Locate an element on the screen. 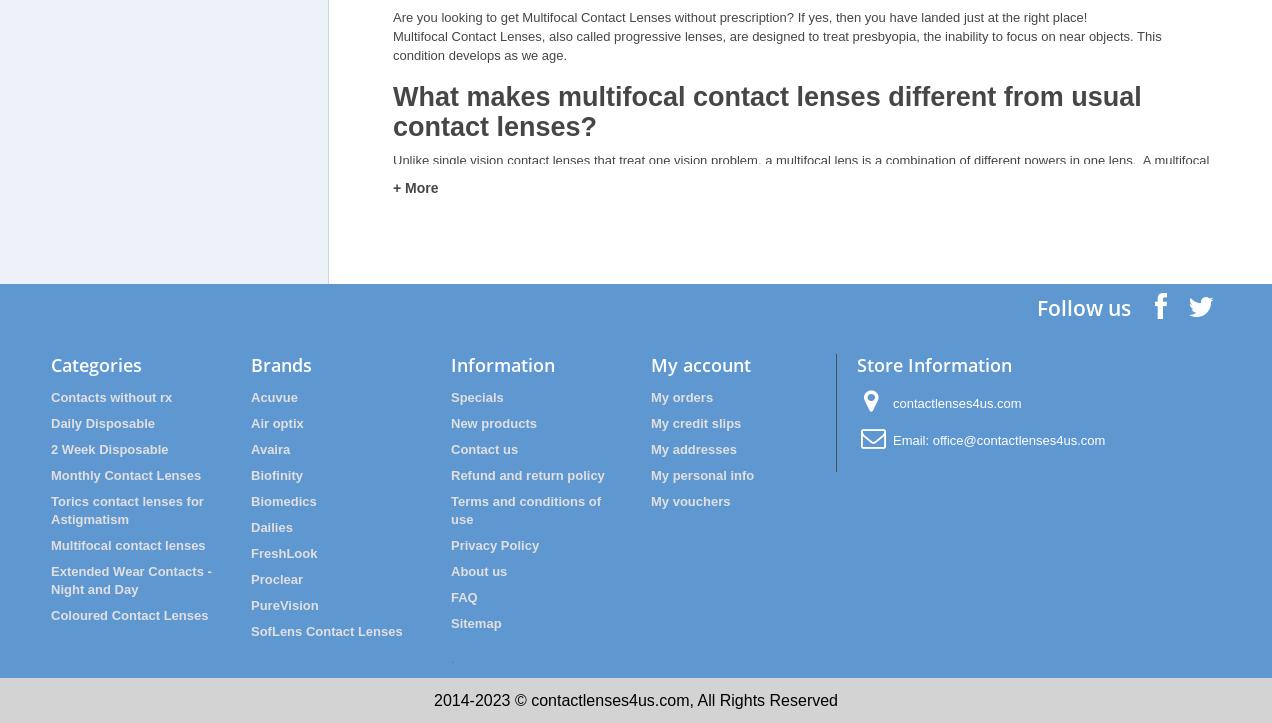  'Are you looking to get Multifocal Contact Lenses without prescription? If yes, then you have landed just at the right place!' is located at coordinates (393, 16).